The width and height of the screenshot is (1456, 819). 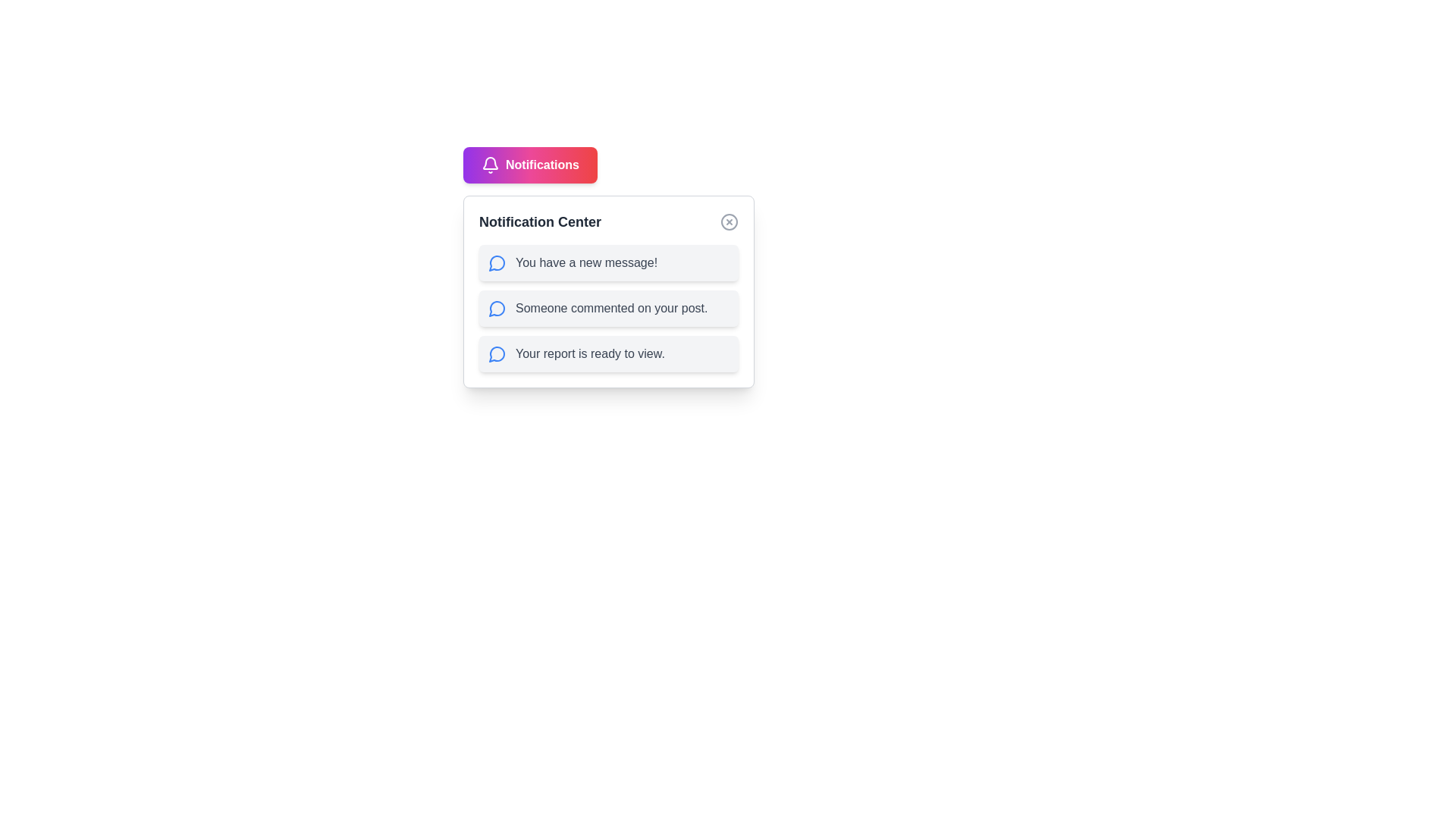 What do you see at coordinates (496, 262) in the screenshot?
I see `the first notification icon indicating a new message located to the left of the text 'You have a new message!'` at bounding box center [496, 262].